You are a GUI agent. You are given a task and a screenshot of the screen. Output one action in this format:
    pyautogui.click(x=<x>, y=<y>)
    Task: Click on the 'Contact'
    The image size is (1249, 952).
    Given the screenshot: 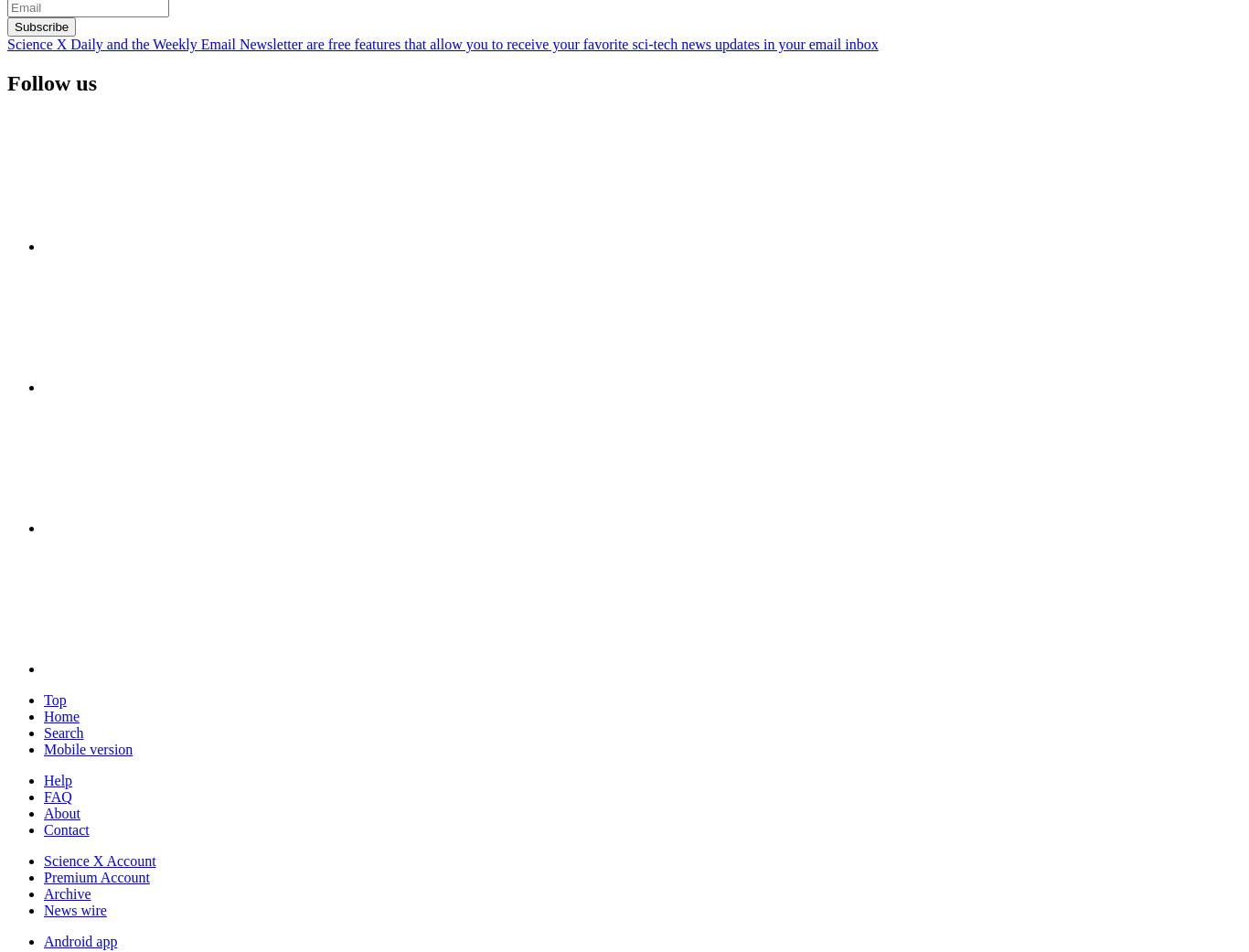 What is the action you would take?
    pyautogui.click(x=66, y=828)
    